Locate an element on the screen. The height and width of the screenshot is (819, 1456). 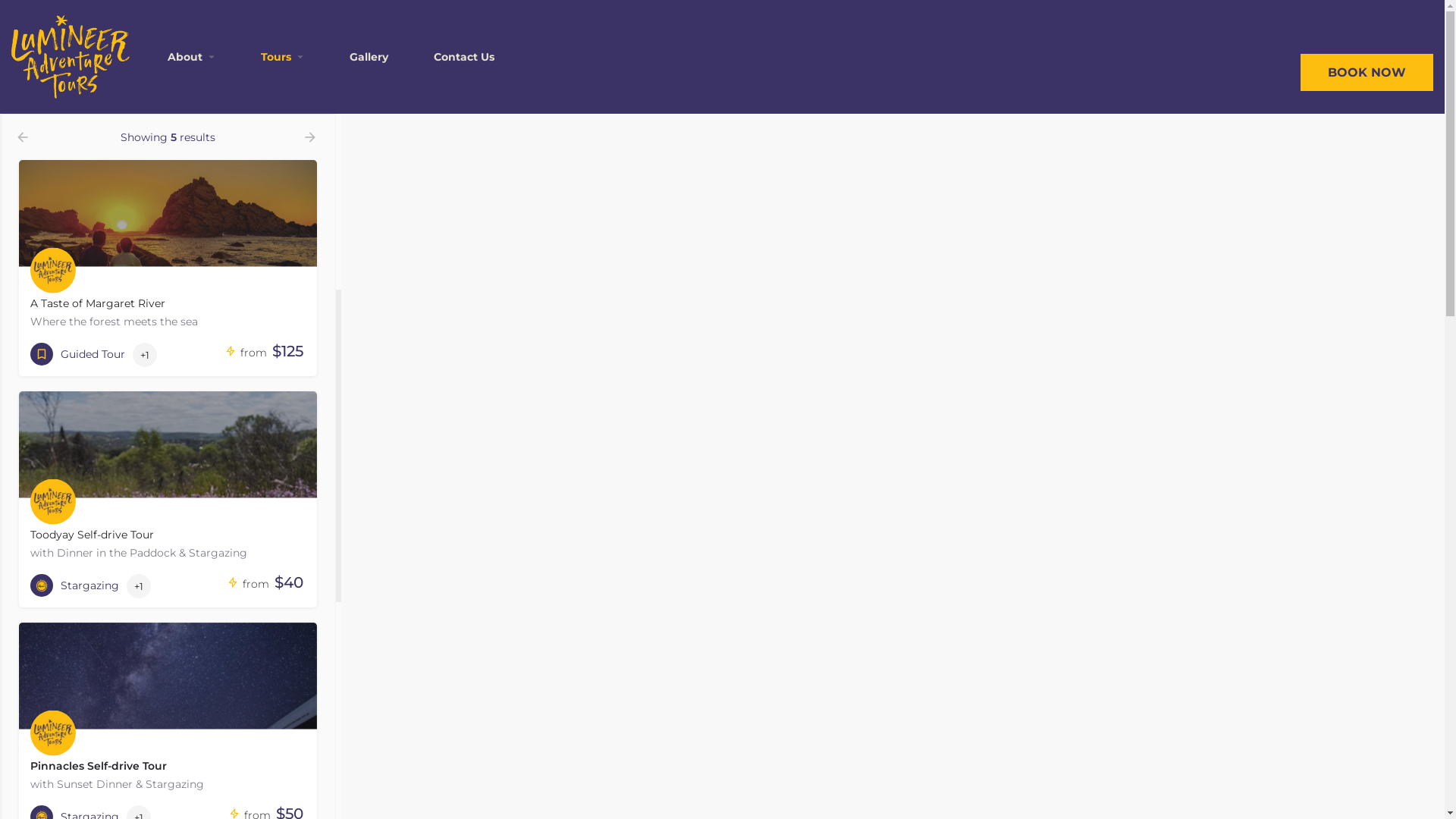
'Contact Us' is located at coordinates (432, 55).